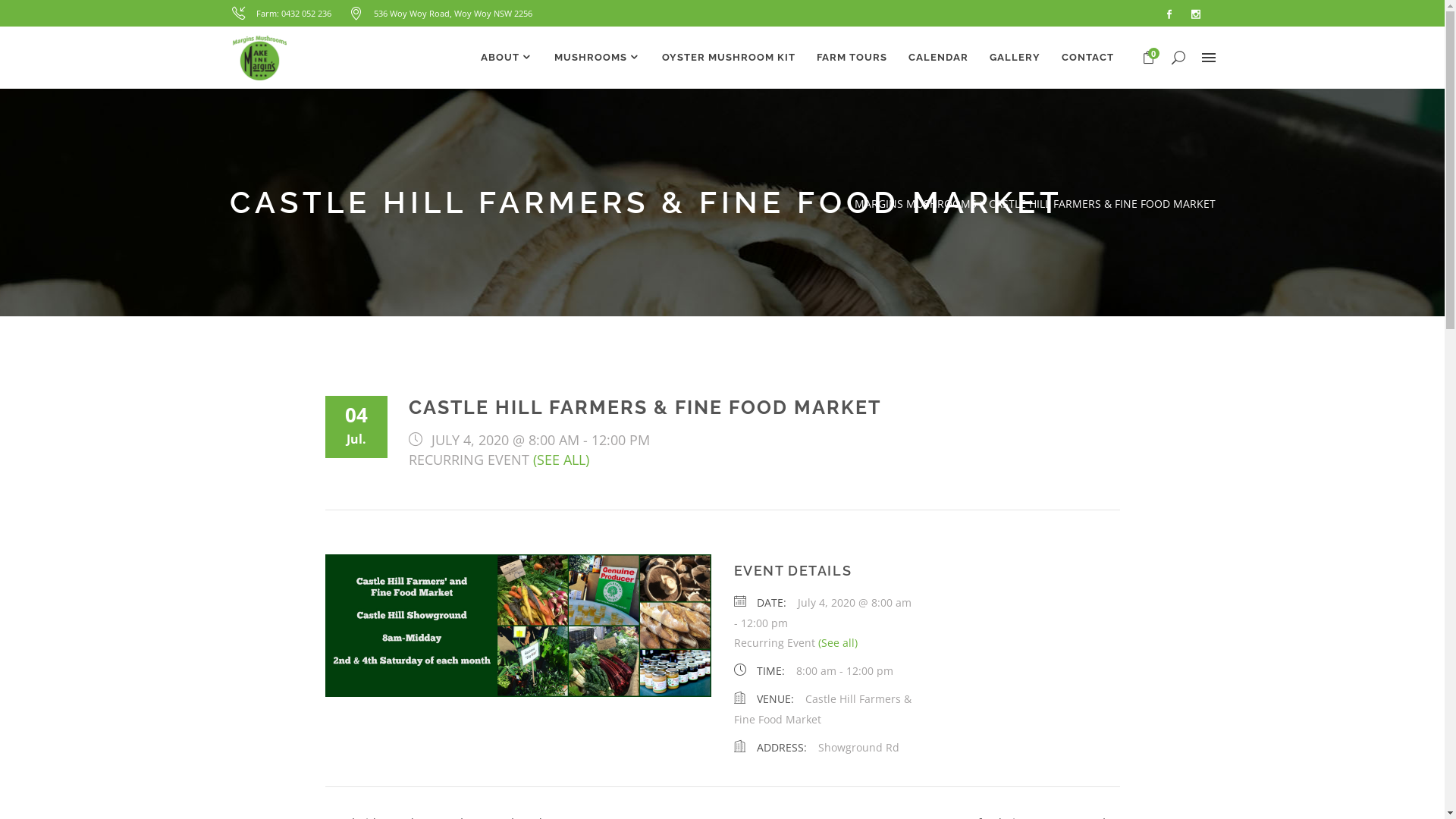 This screenshot has width=1456, height=819. What do you see at coordinates (854, 202) in the screenshot?
I see `'MARGINS MUSHROOMS'` at bounding box center [854, 202].